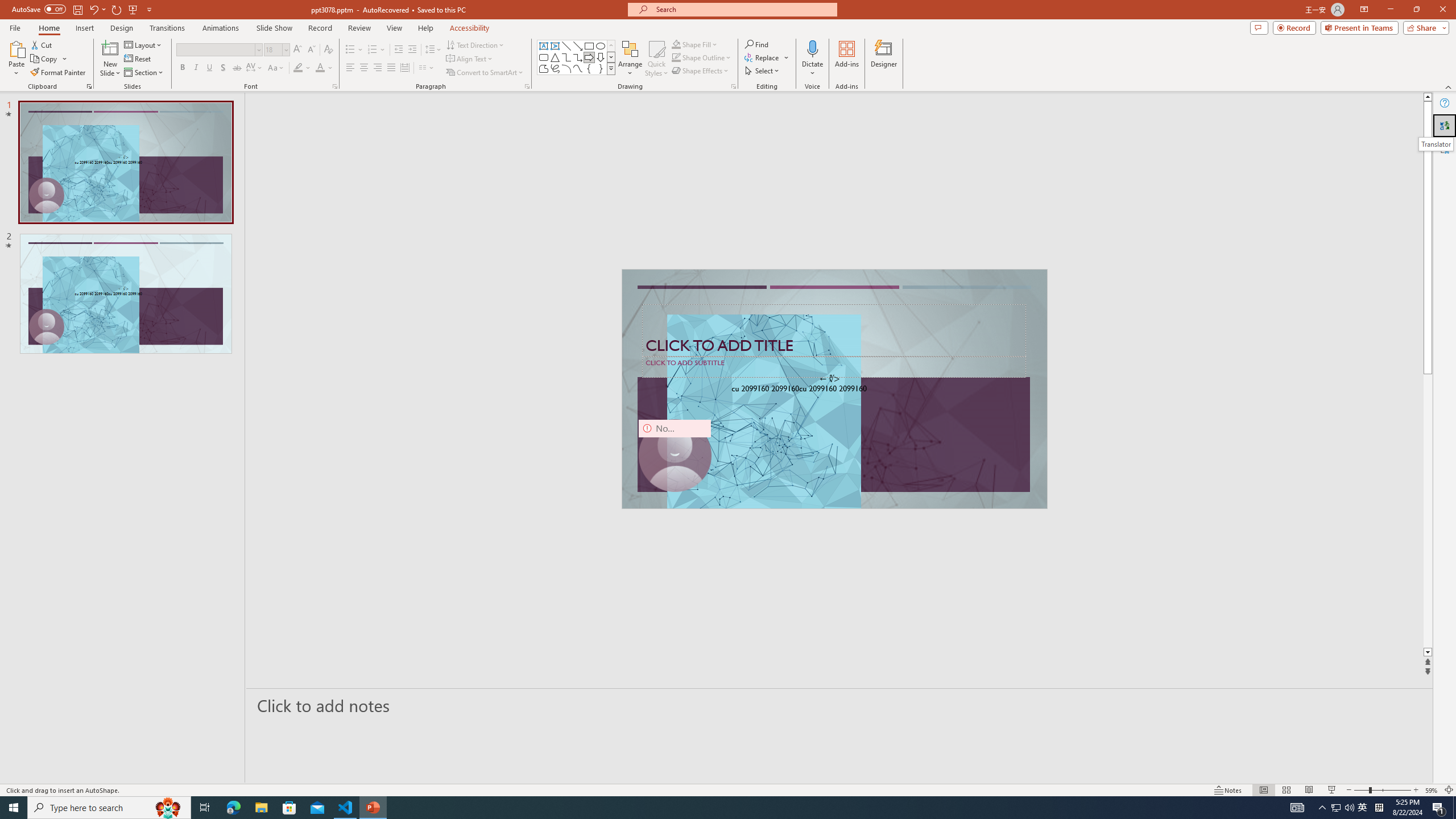 The width and height of the screenshot is (1456, 819). I want to click on 'Subtitle TextBox', so click(834, 366).